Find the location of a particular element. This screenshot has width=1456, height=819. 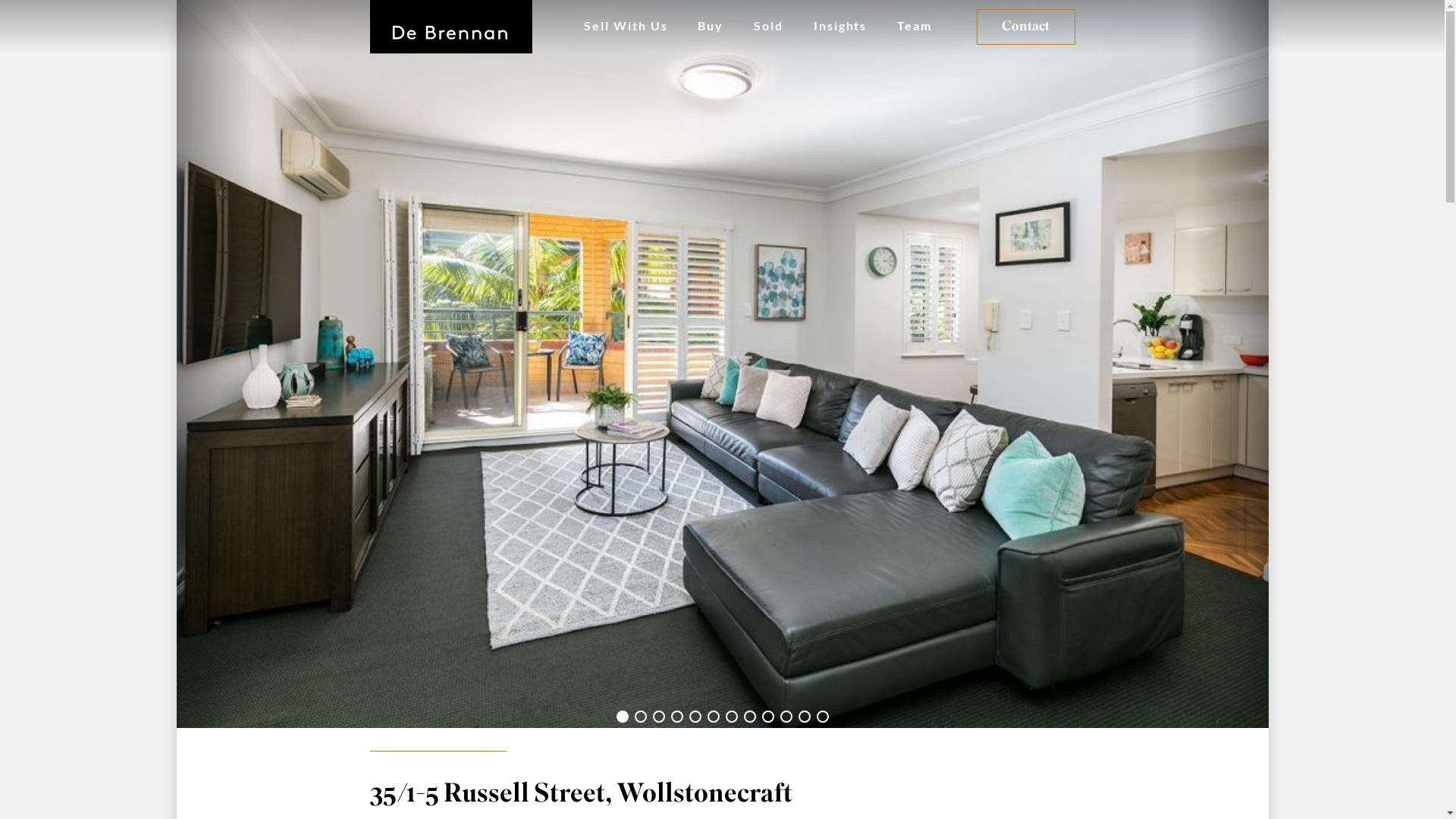

'Insights' is located at coordinates (839, 26).